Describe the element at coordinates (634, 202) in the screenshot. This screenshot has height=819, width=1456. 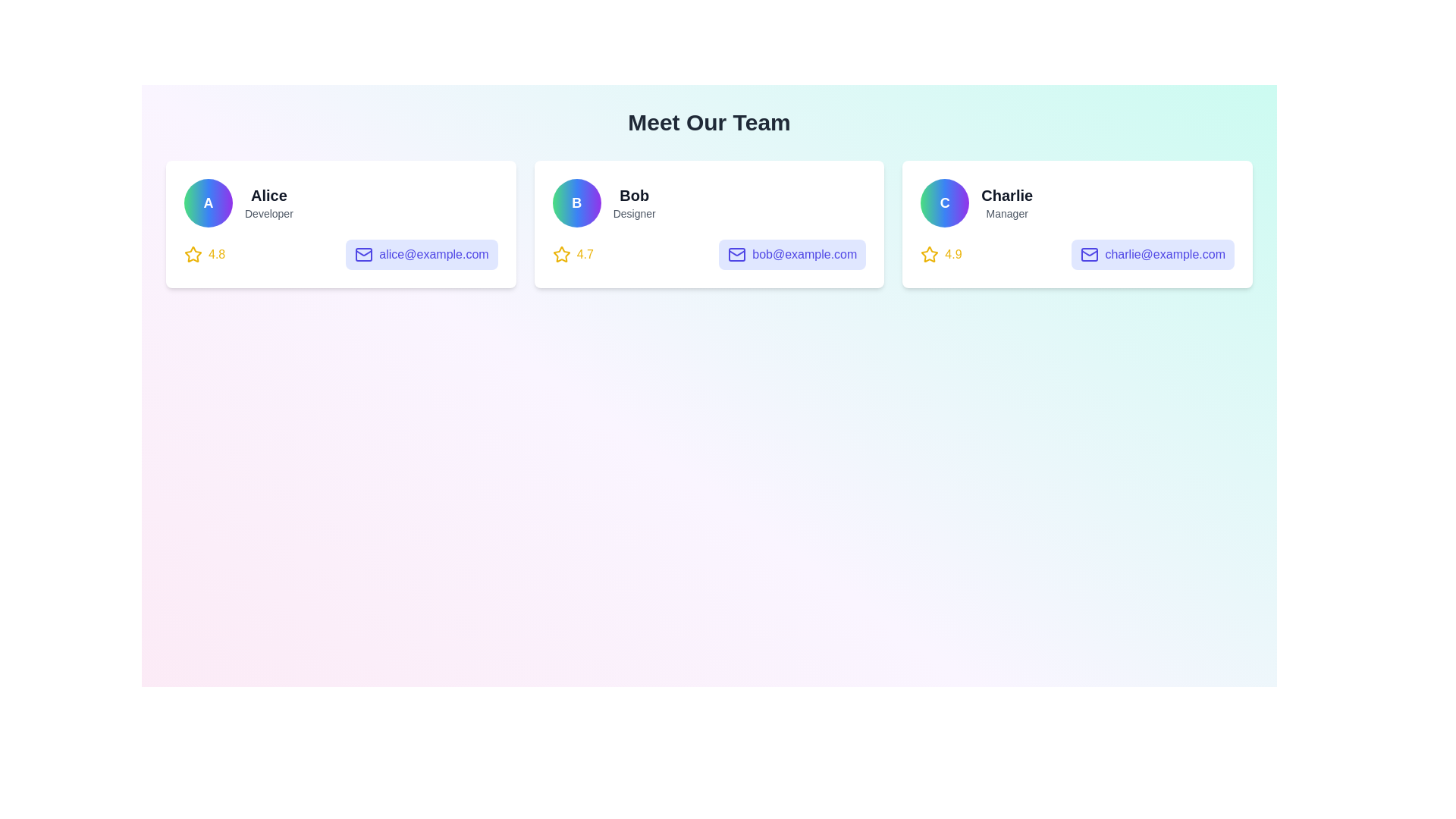
I see `the text block displaying the name 'Bob' and title 'Designer', which is centered vertically and aligned to the right of a circular avatar within the middle card of a three-card layout` at that location.